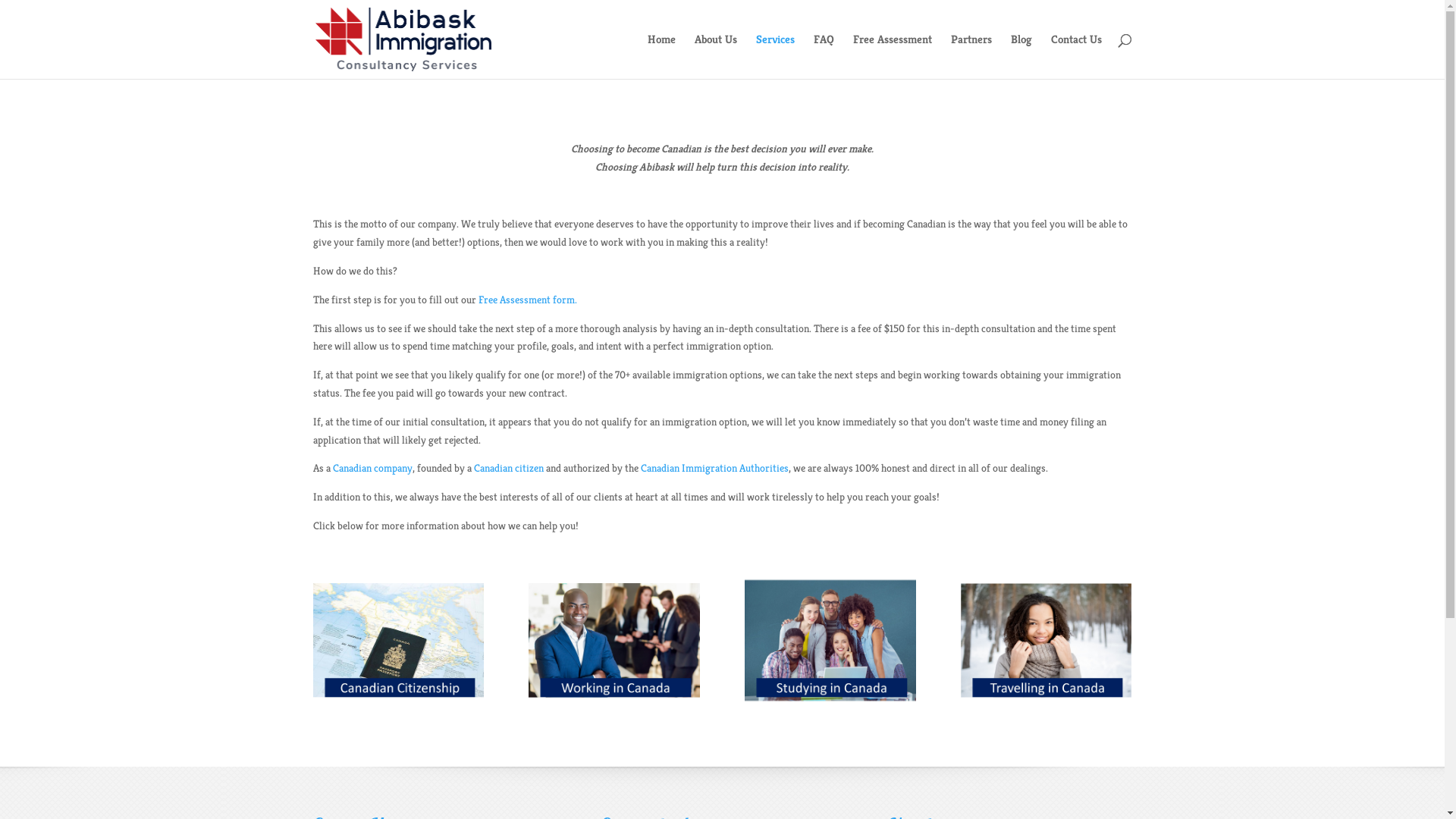 The image size is (1456, 819). Describe the element at coordinates (774, 55) in the screenshot. I see `'Services'` at that location.